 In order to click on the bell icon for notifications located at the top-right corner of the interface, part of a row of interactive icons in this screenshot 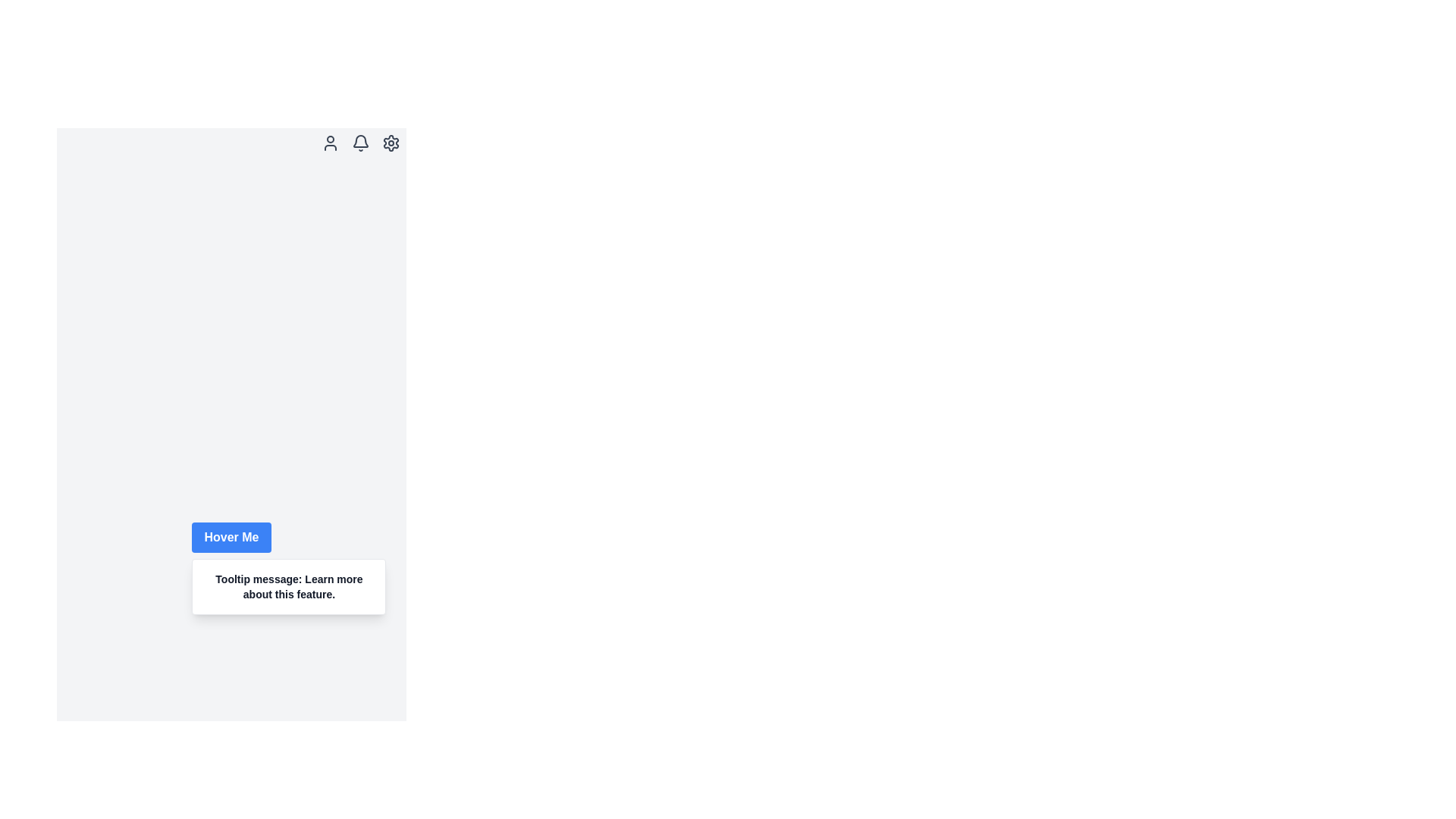, I will do `click(359, 141)`.